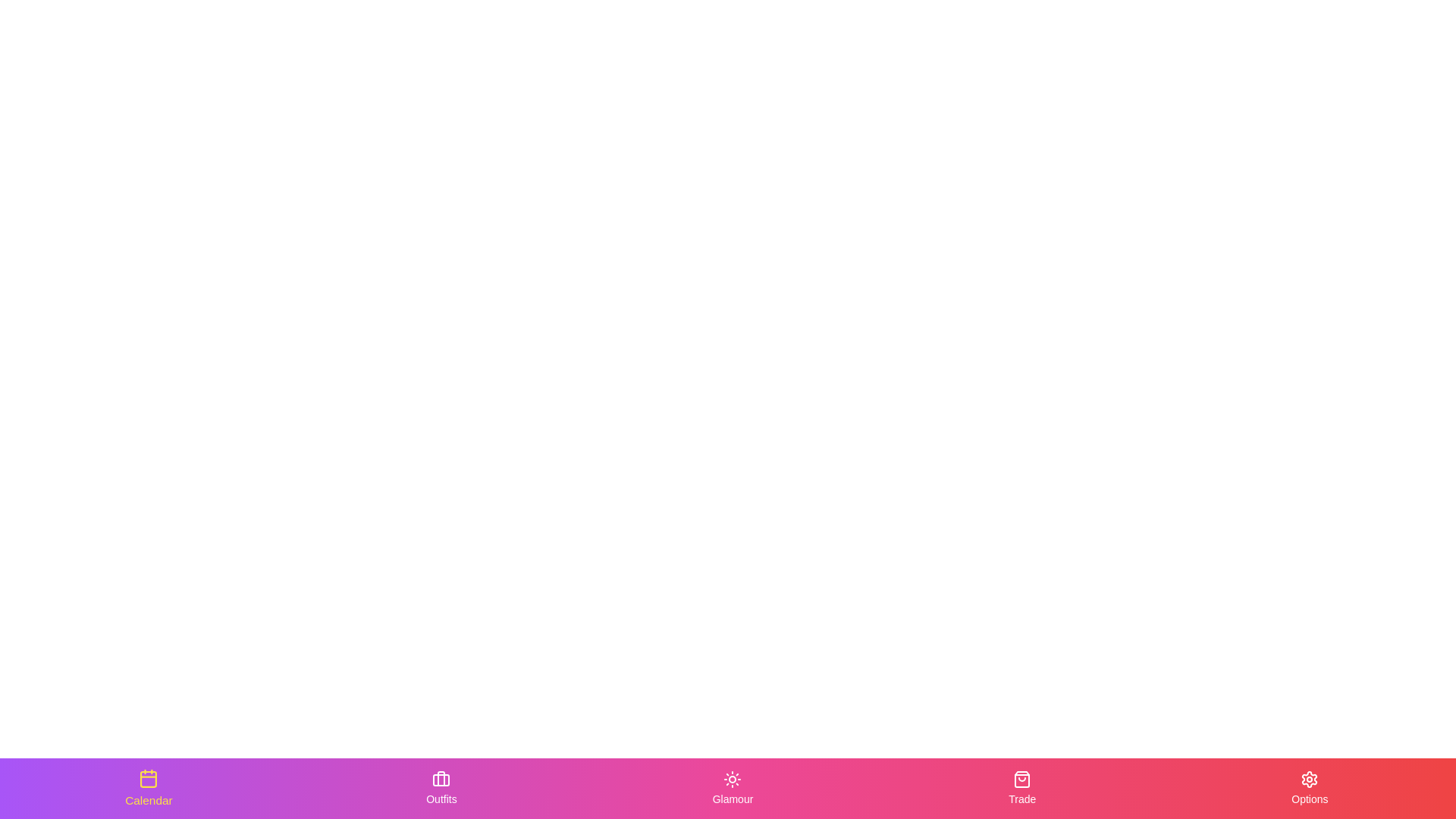 Image resolution: width=1456 pixels, height=819 pixels. Describe the element at coordinates (732, 788) in the screenshot. I see `the Glamour tab to activate it` at that location.